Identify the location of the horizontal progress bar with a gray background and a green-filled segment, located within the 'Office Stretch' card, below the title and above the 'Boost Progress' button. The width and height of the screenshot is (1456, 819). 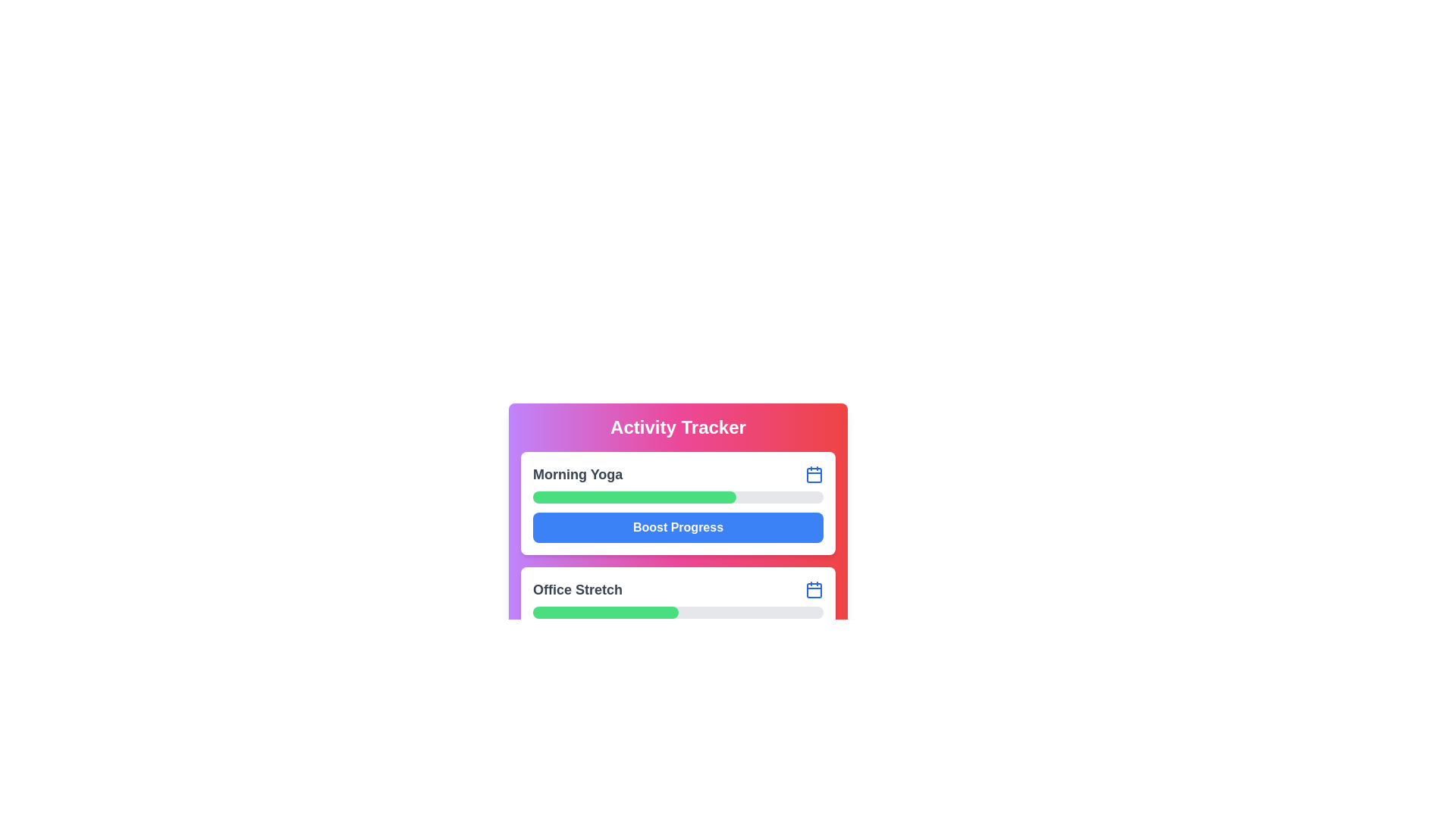
(677, 611).